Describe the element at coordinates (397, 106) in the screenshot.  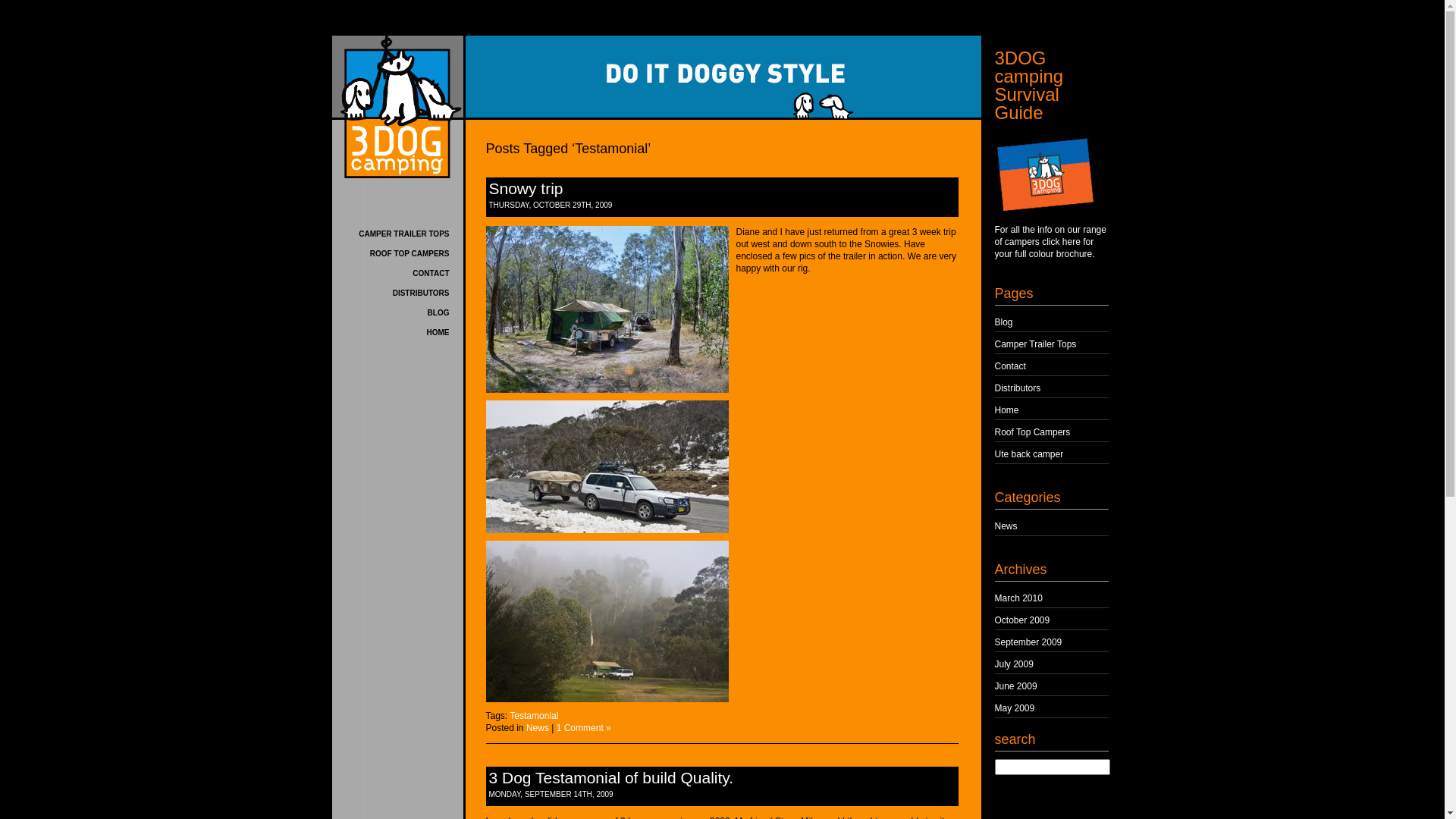
I see `'3 Dog Camping'` at that location.